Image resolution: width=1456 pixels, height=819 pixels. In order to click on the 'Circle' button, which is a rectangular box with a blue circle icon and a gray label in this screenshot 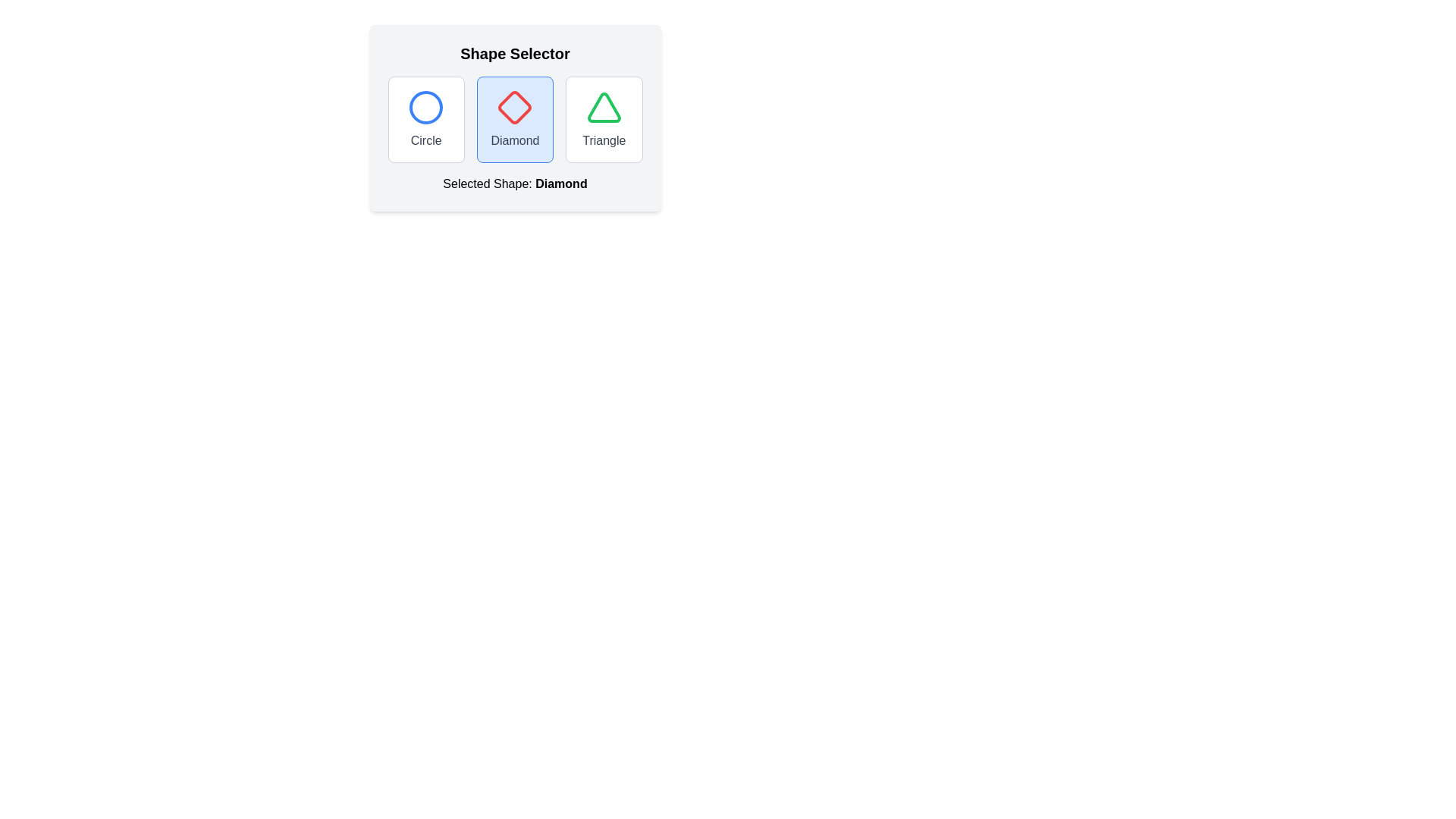, I will do `click(425, 119)`.